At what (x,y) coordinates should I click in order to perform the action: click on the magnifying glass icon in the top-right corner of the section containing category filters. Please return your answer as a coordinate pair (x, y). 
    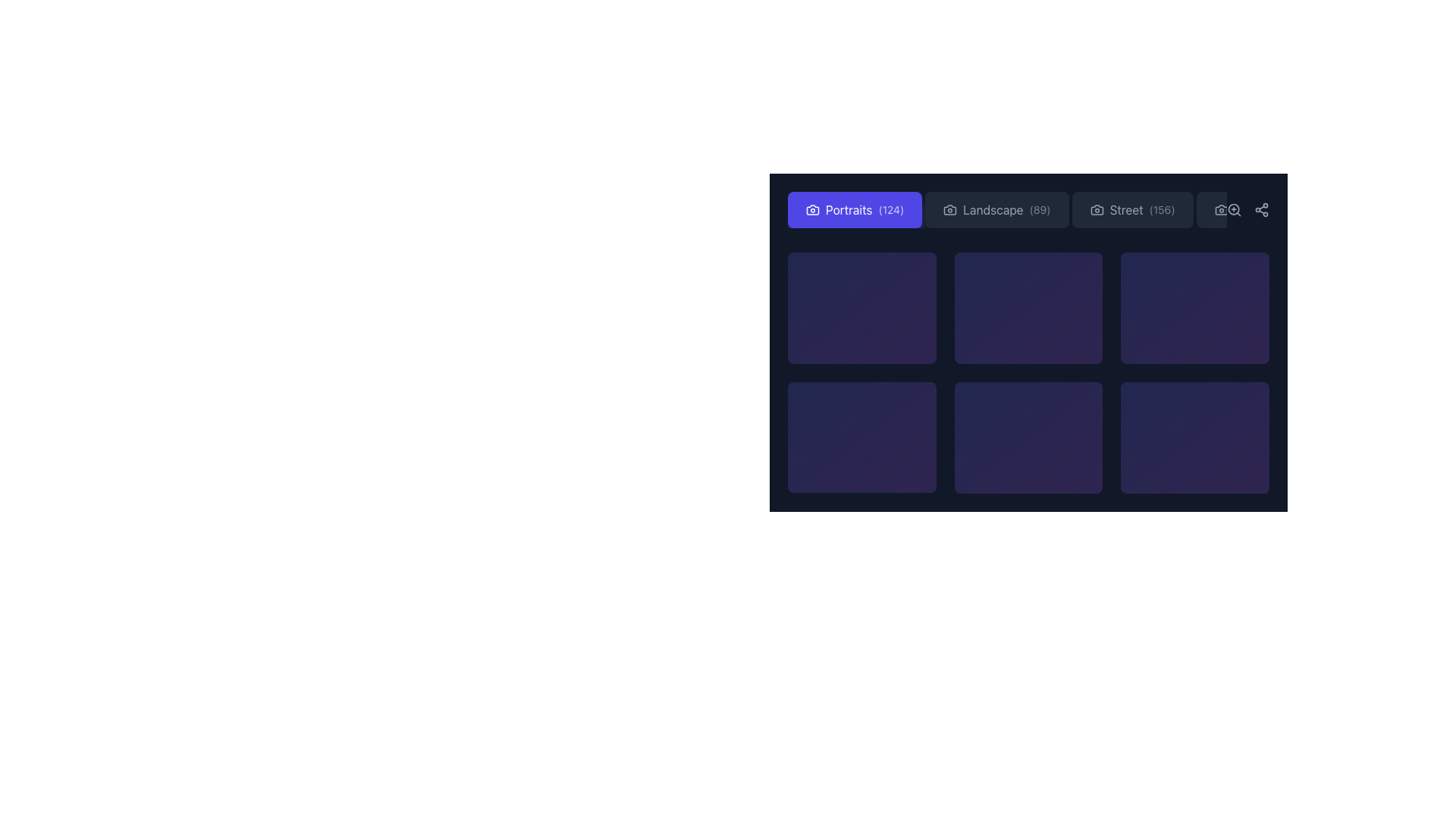
    Looking at the image, I should click on (1248, 210).